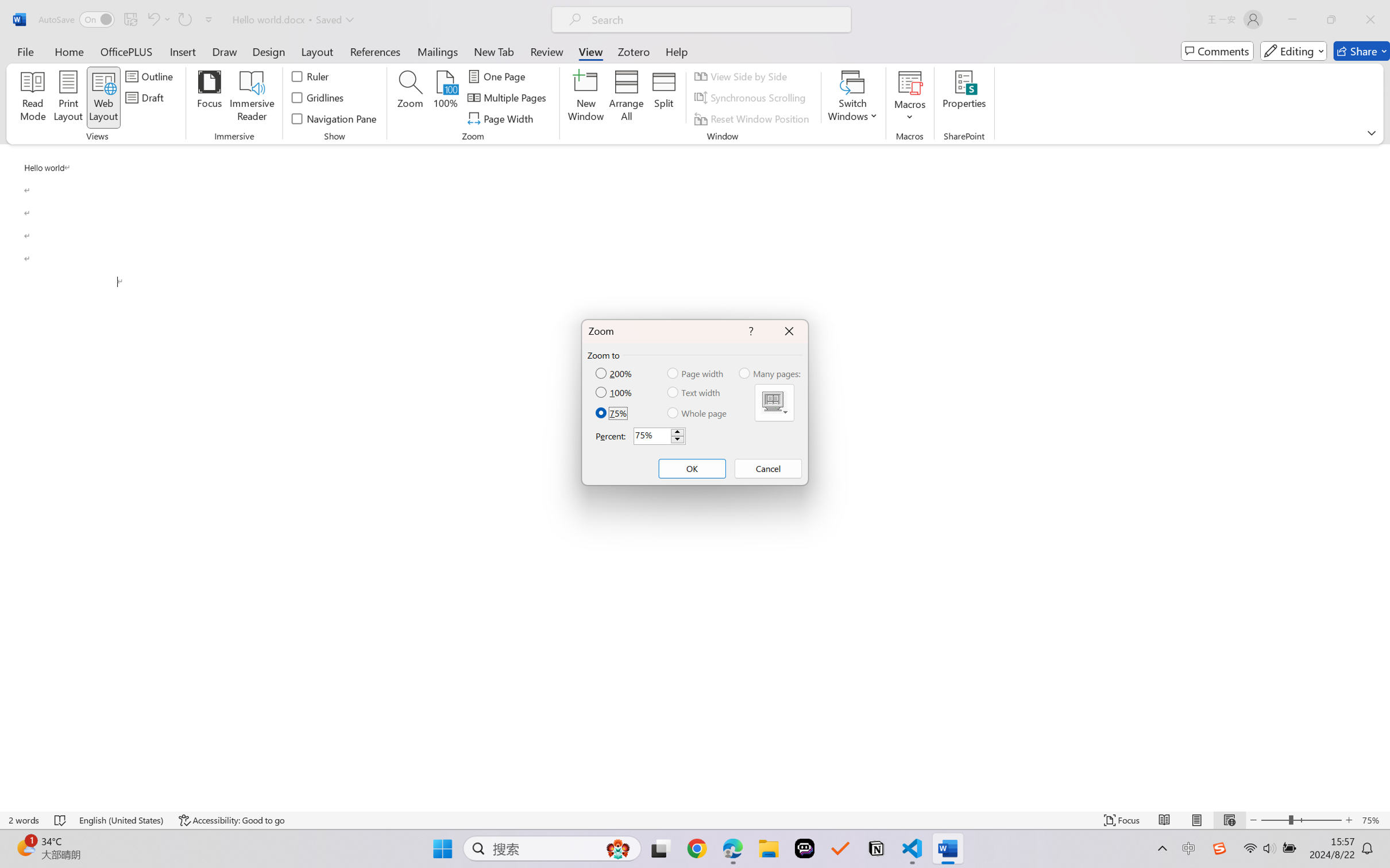  What do you see at coordinates (590, 51) in the screenshot?
I see `'View'` at bounding box center [590, 51].